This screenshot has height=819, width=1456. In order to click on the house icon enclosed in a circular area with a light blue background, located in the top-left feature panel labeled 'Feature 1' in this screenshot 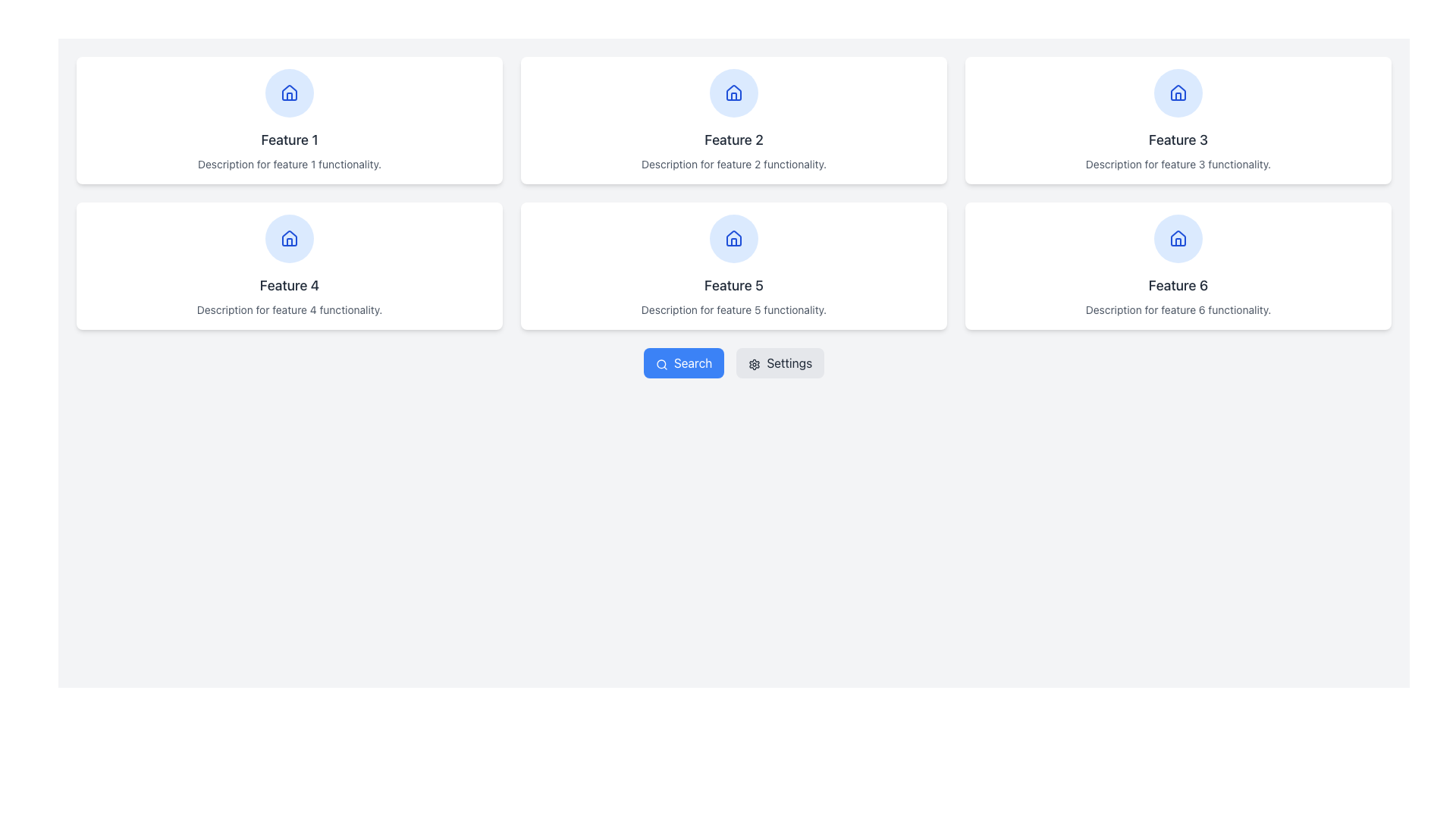, I will do `click(290, 93)`.